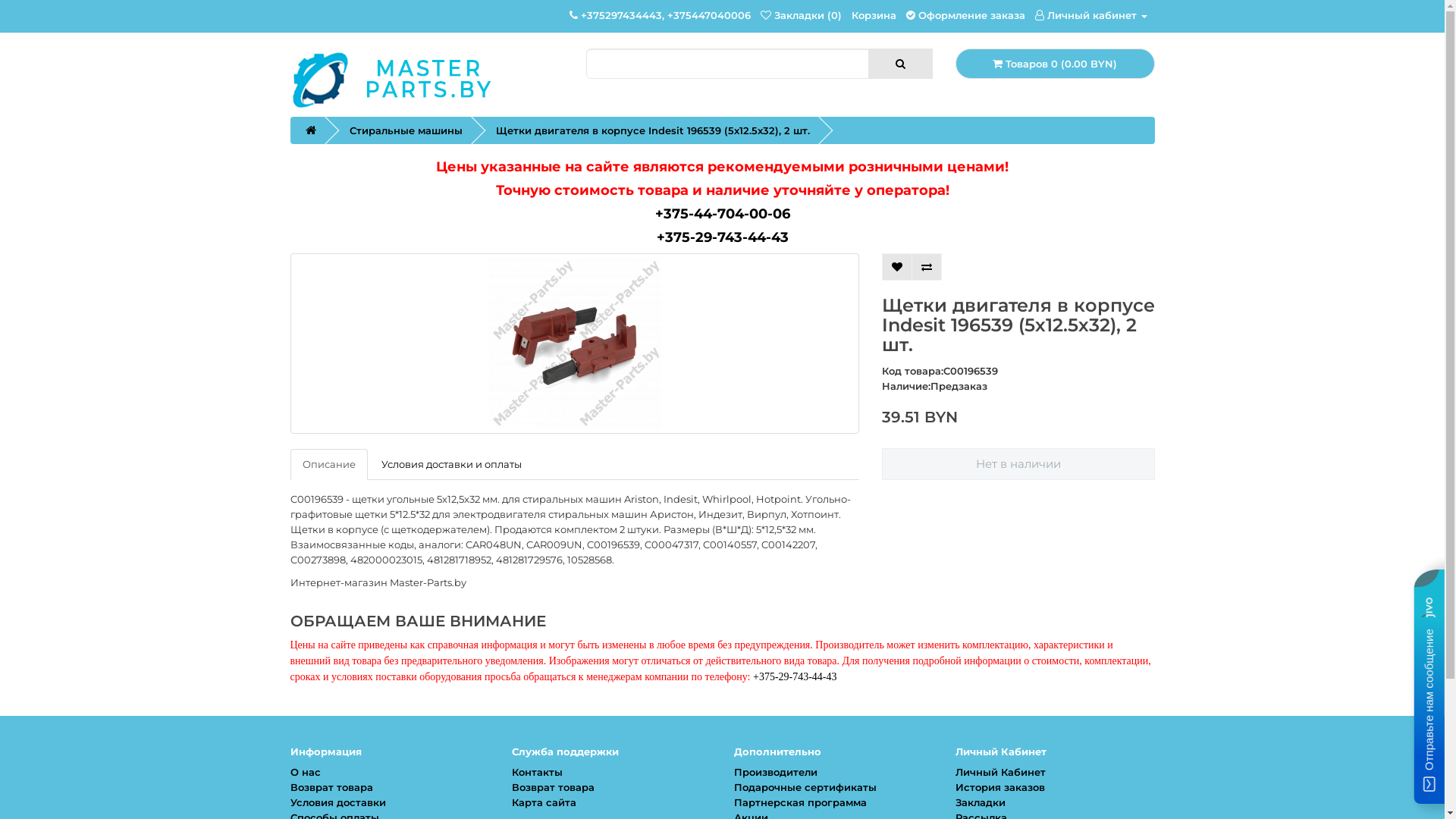 This screenshot has height=819, width=1456. What do you see at coordinates (722, 237) in the screenshot?
I see `'+375-29-743-44-43'` at bounding box center [722, 237].